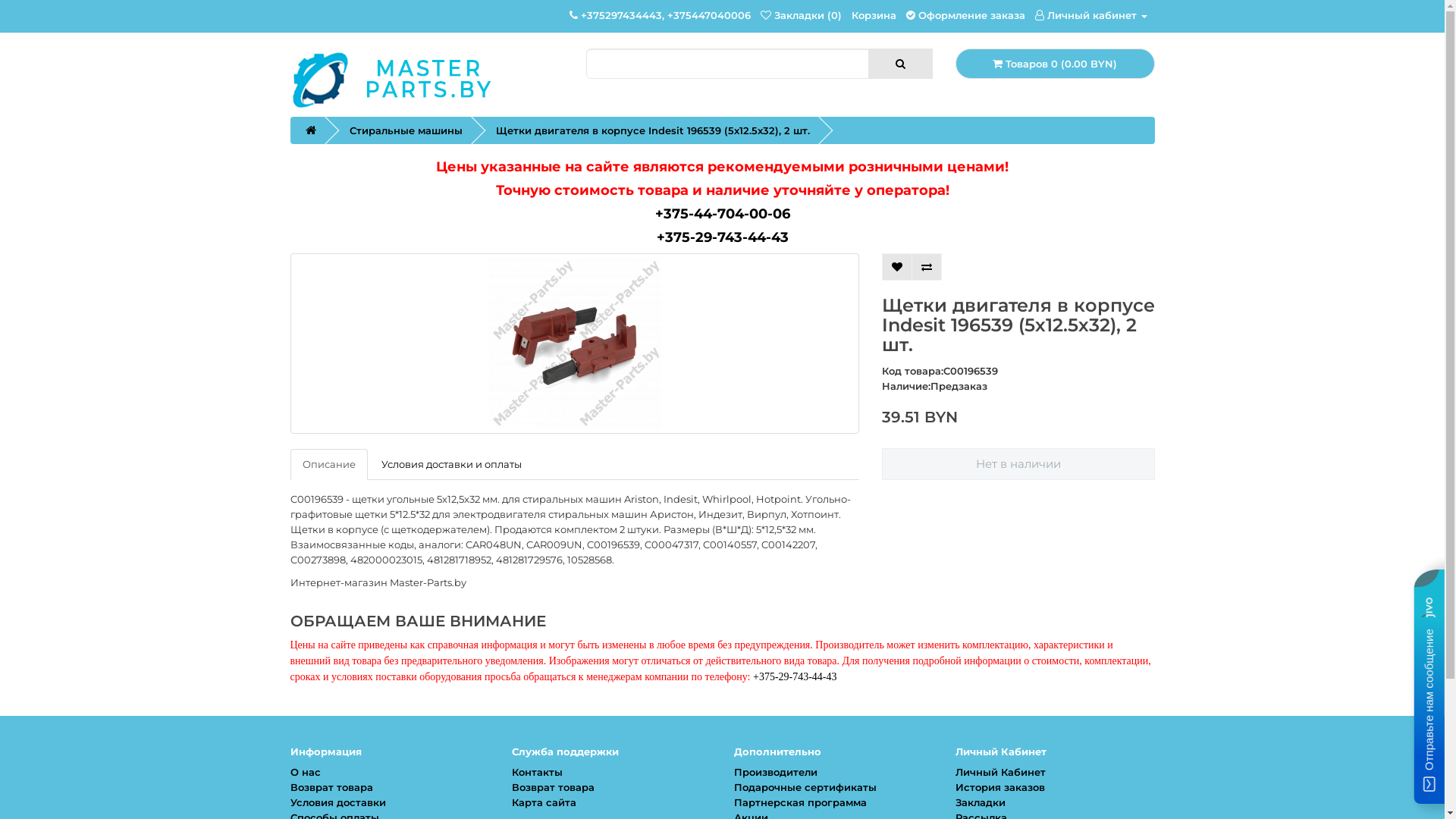 This screenshot has height=819, width=1456. What do you see at coordinates (722, 237) in the screenshot?
I see `'+375-29-743-44-43'` at bounding box center [722, 237].